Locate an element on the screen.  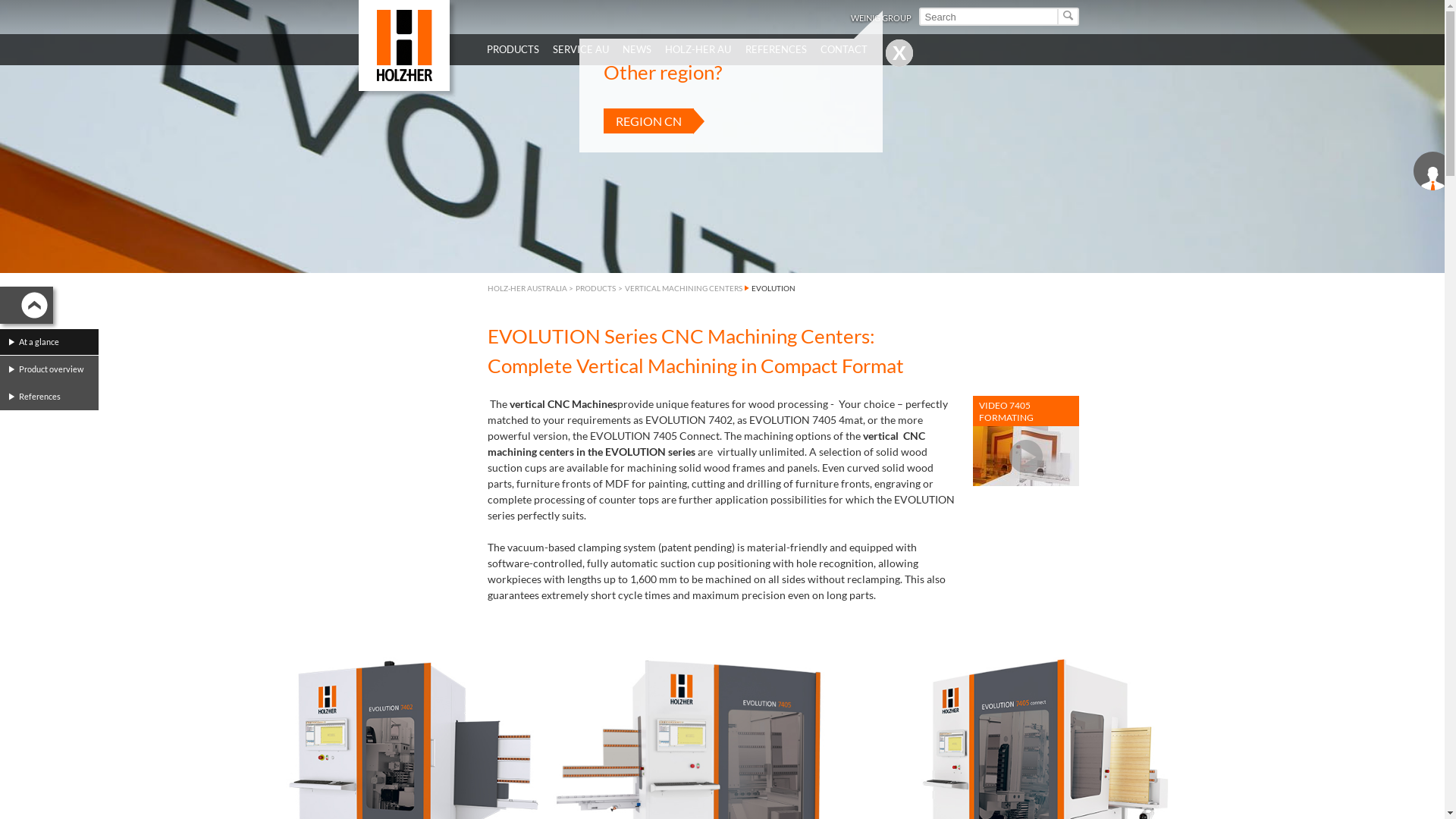
'WEINIG GROUP' is located at coordinates (880, 17).